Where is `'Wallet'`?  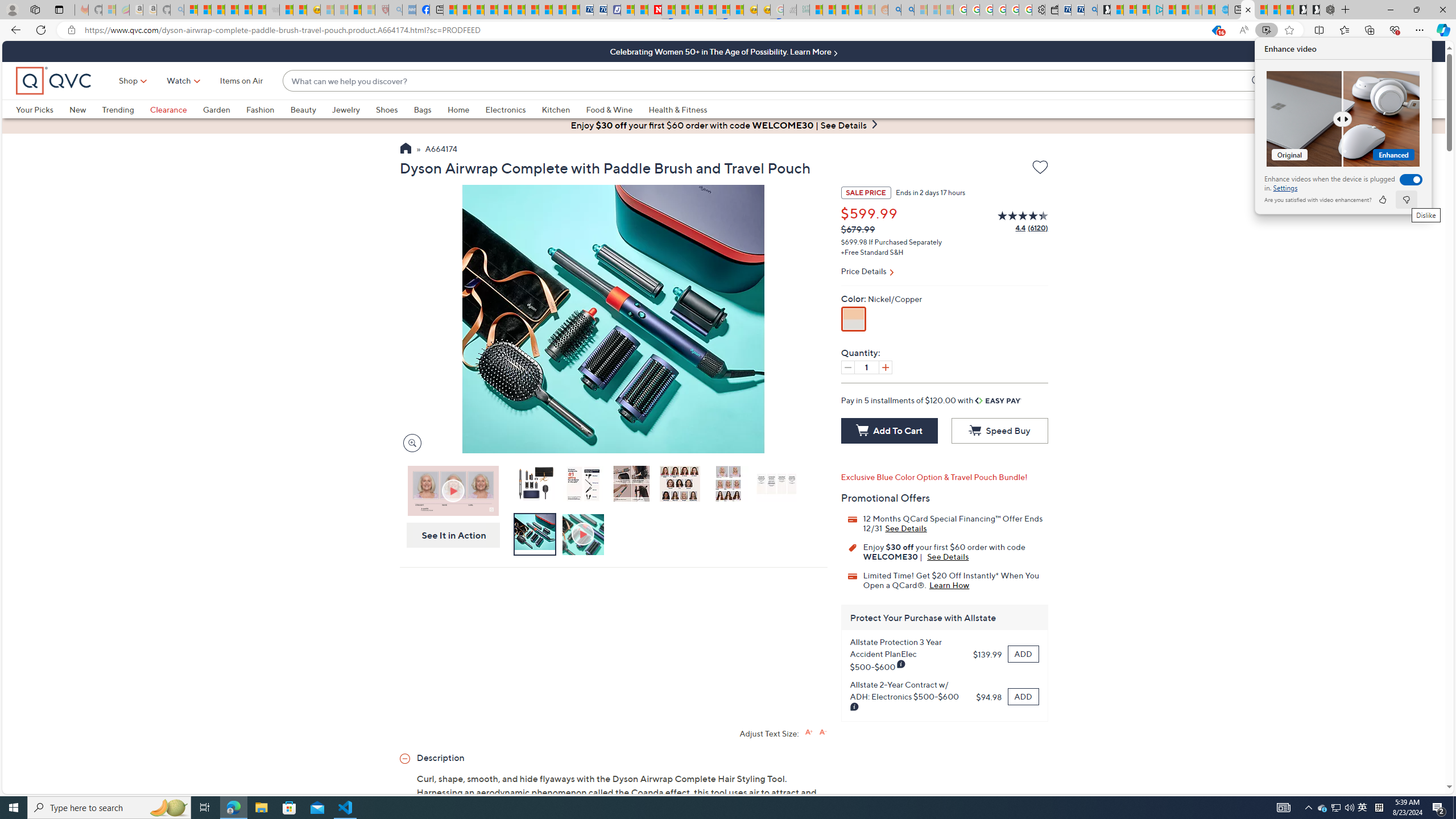
'Wallet' is located at coordinates (1050, 9).